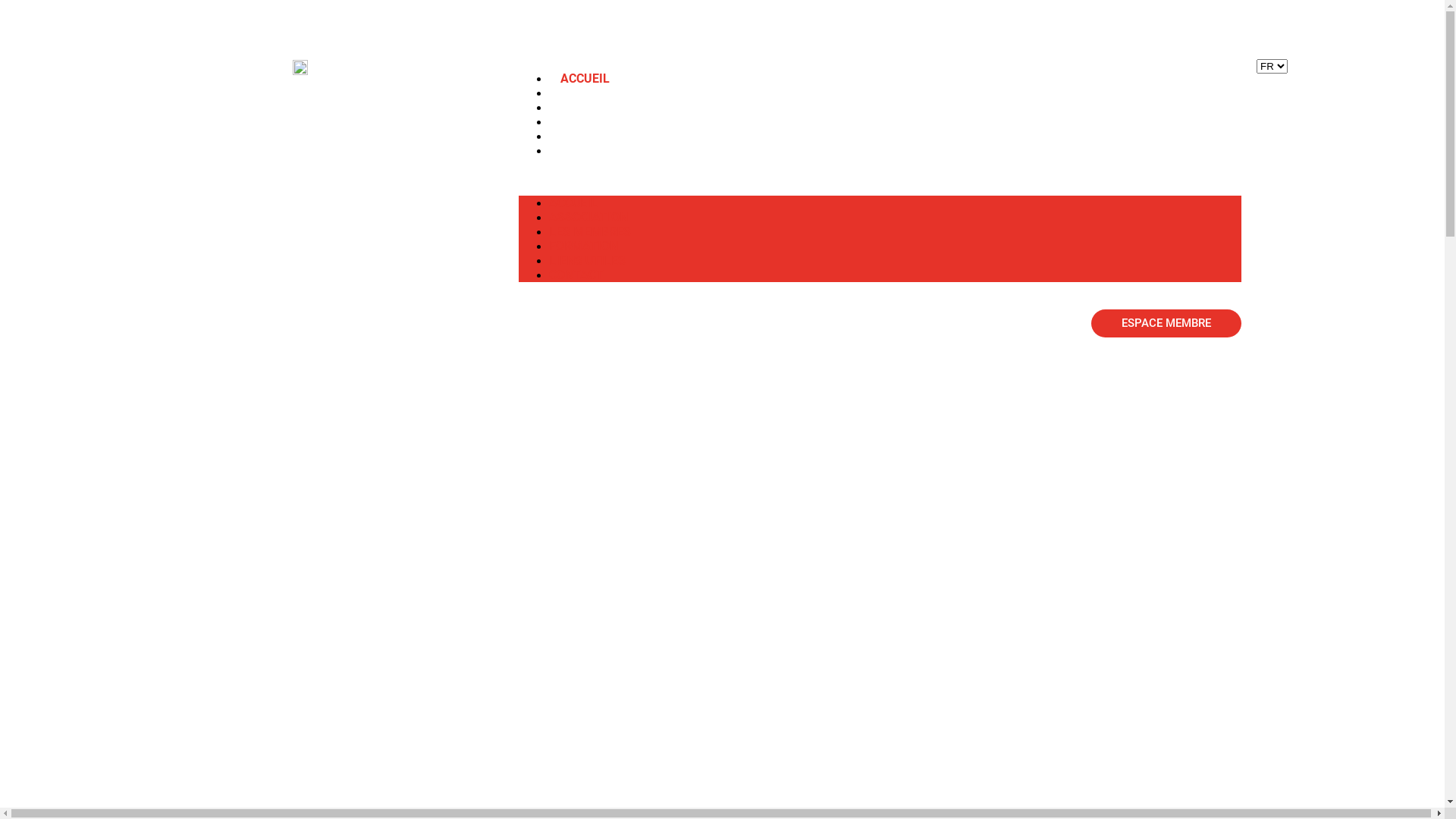  I want to click on 'FORMATION', so click(582, 245).